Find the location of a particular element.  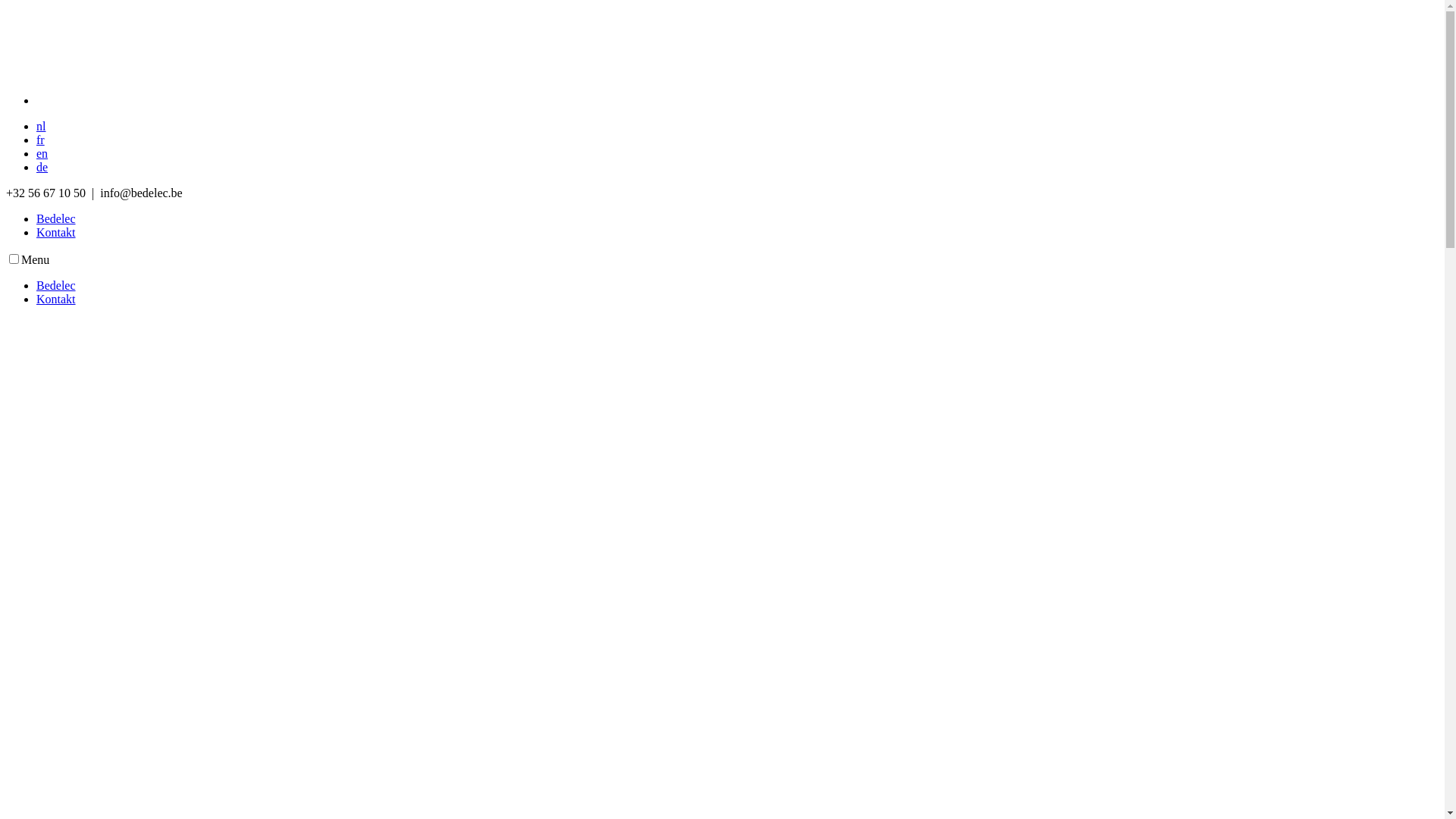

'Kontakt' is located at coordinates (55, 232).